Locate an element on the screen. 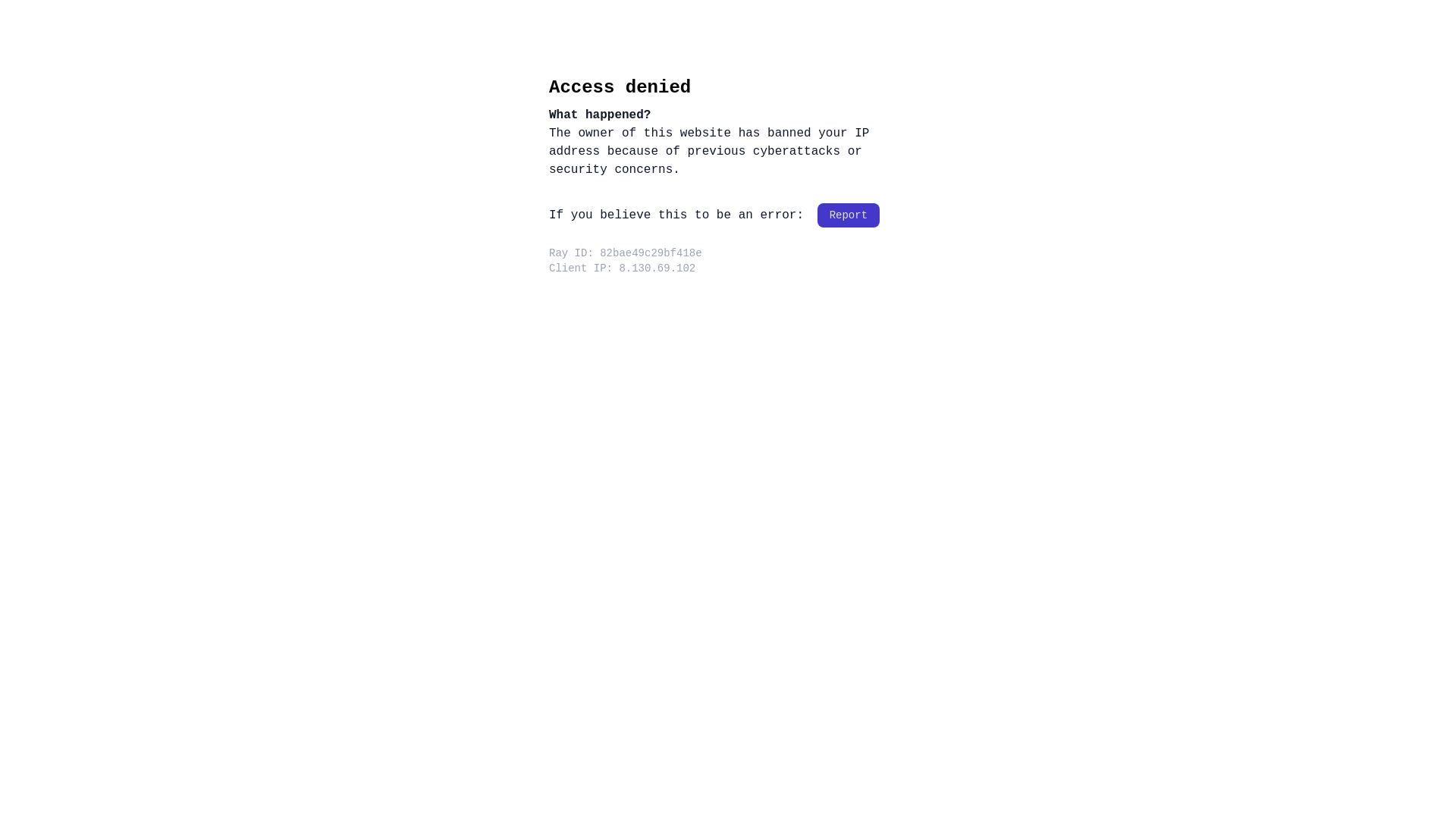  'Report' is located at coordinates (847, 215).